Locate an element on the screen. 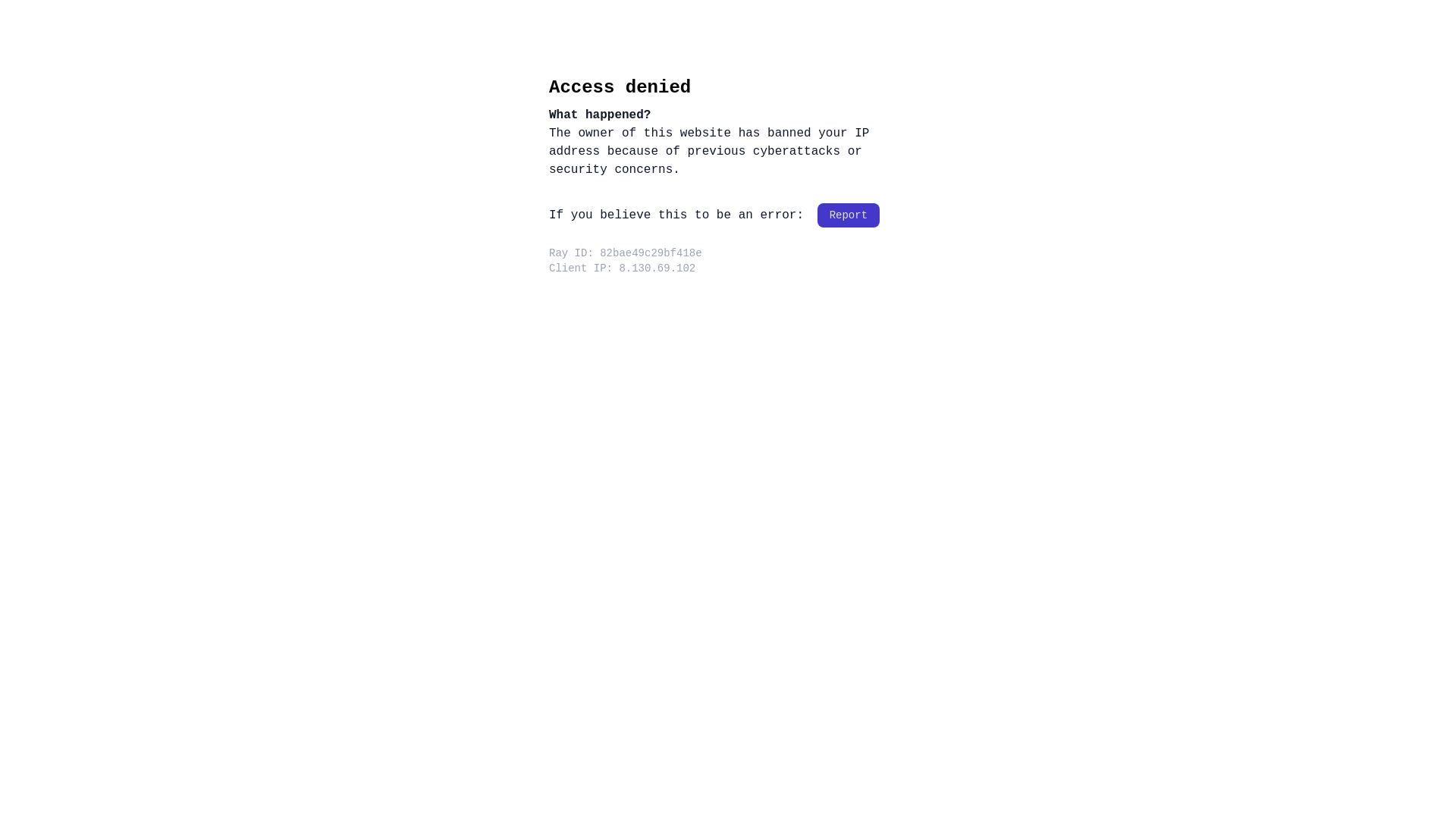  'Report' is located at coordinates (847, 215).